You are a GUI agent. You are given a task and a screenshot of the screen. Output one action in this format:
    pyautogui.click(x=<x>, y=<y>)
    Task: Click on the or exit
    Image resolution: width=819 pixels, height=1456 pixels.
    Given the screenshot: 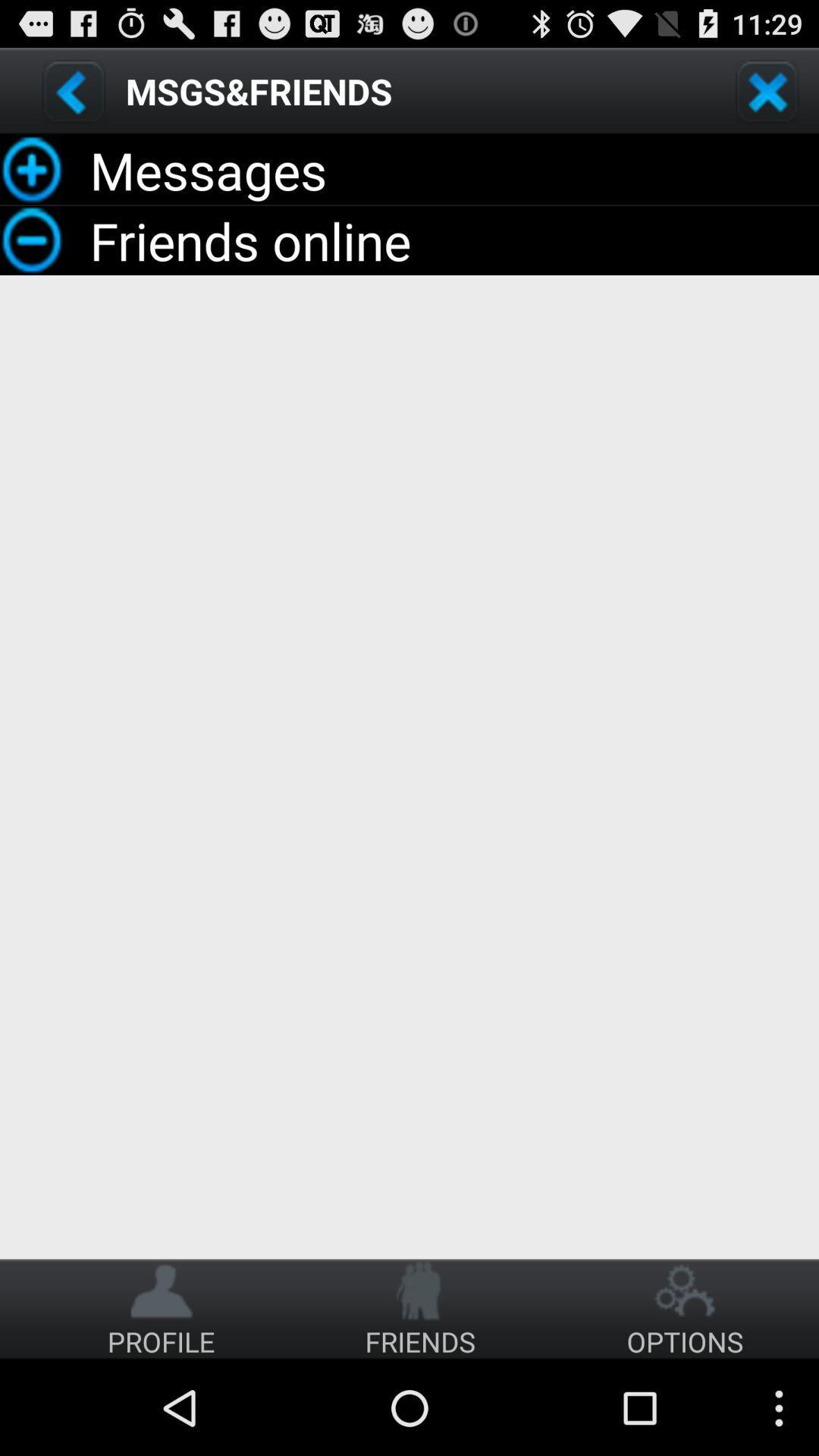 What is the action you would take?
    pyautogui.click(x=767, y=90)
    